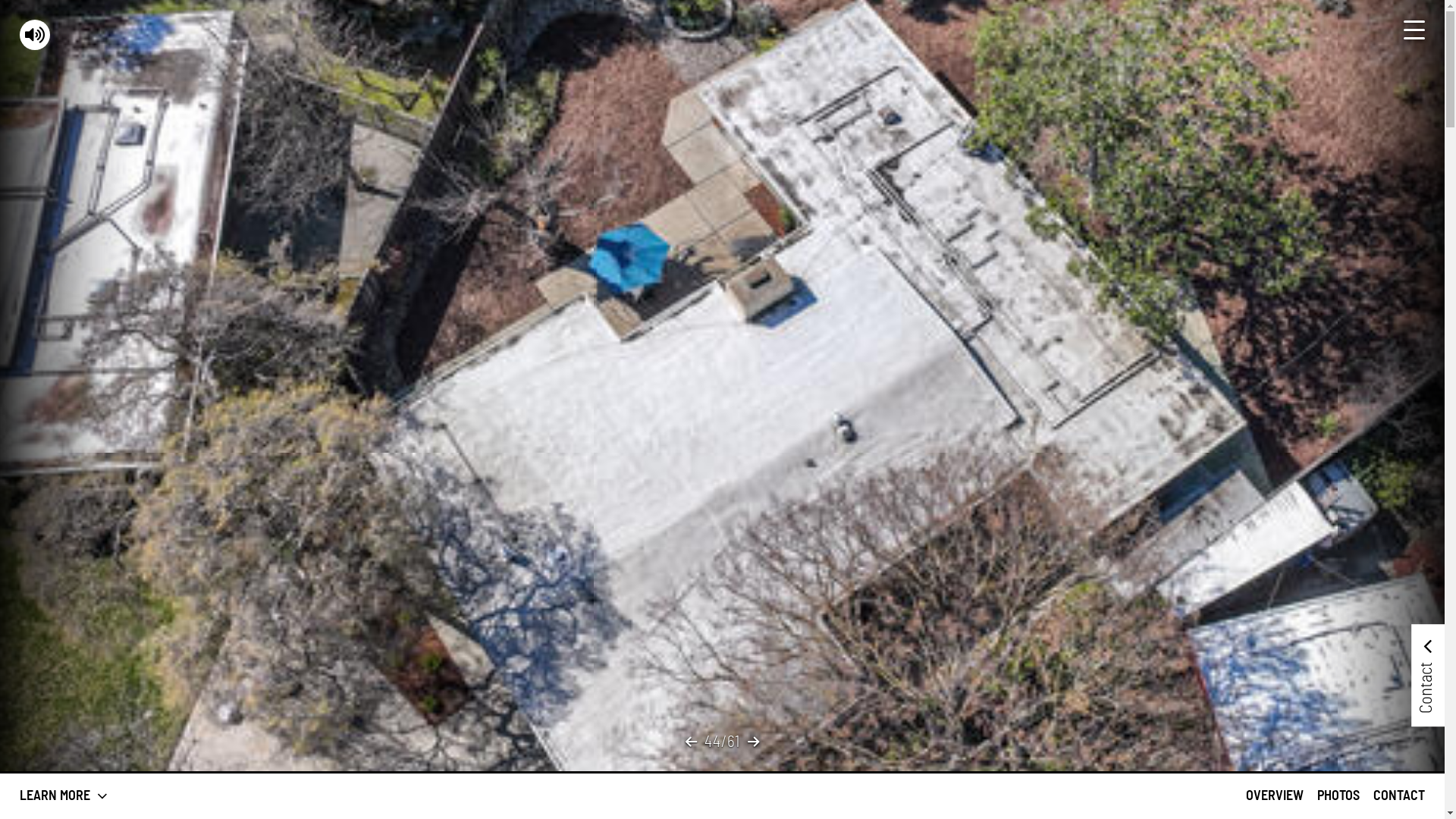  Describe the element at coordinates (1338, 795) in the screenshot. I see `'PHOTOS'` at that location.